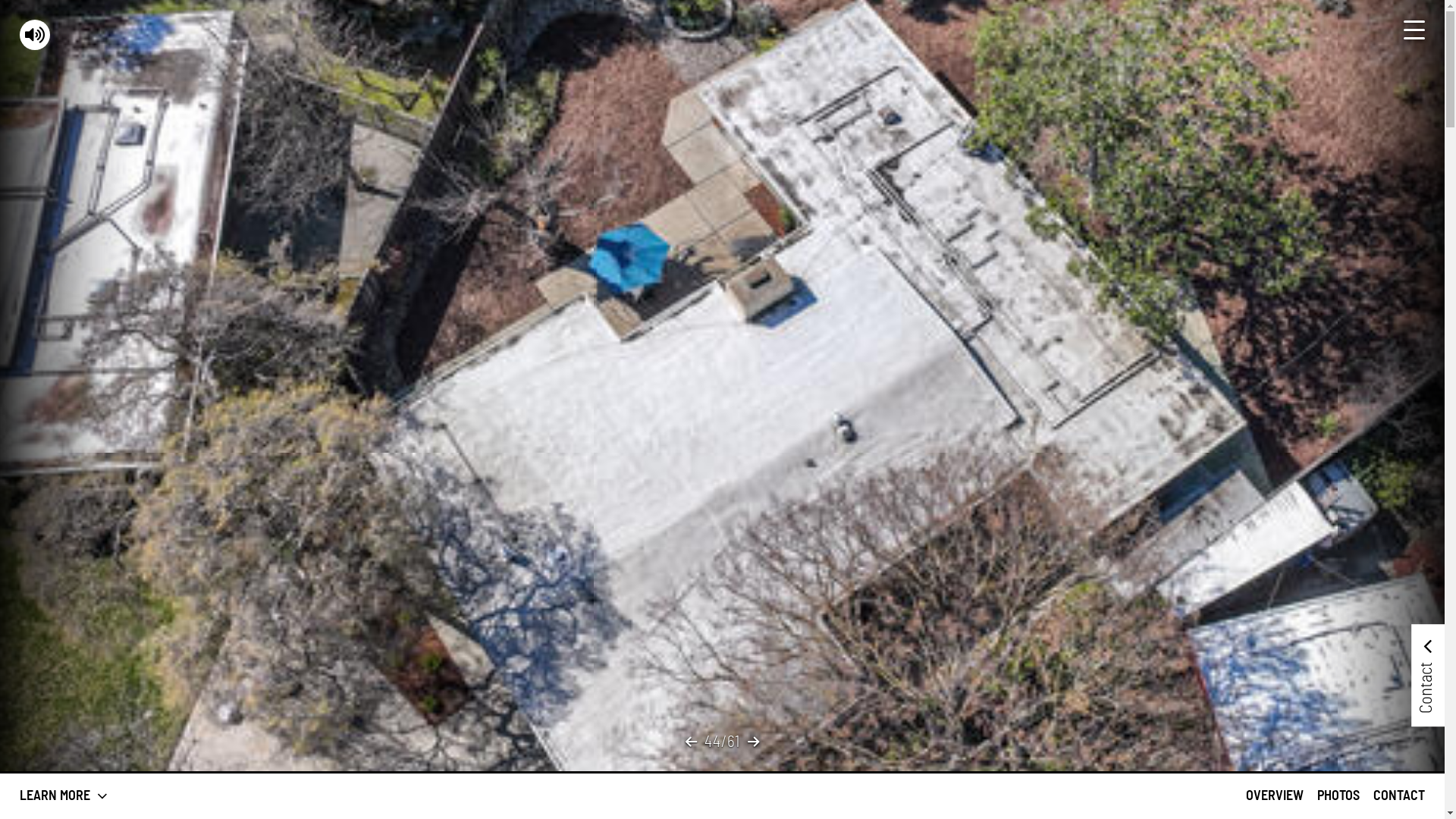  Describe the element at coordinates (1338, 795) in the screenshot. I see `'PHOTOS'` at that location.